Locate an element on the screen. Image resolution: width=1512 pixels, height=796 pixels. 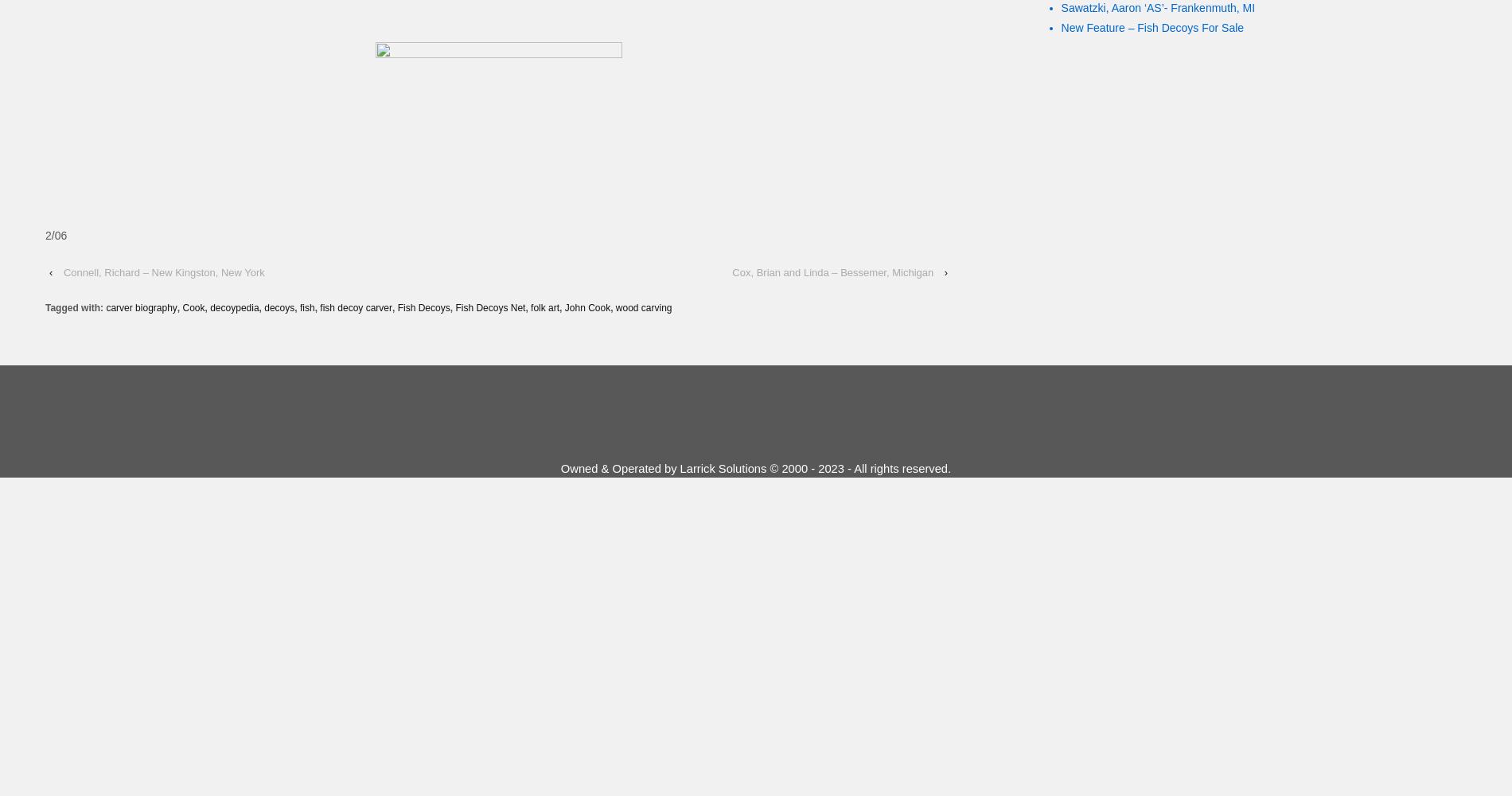
'decoys' is located at coordinates (263, 308).